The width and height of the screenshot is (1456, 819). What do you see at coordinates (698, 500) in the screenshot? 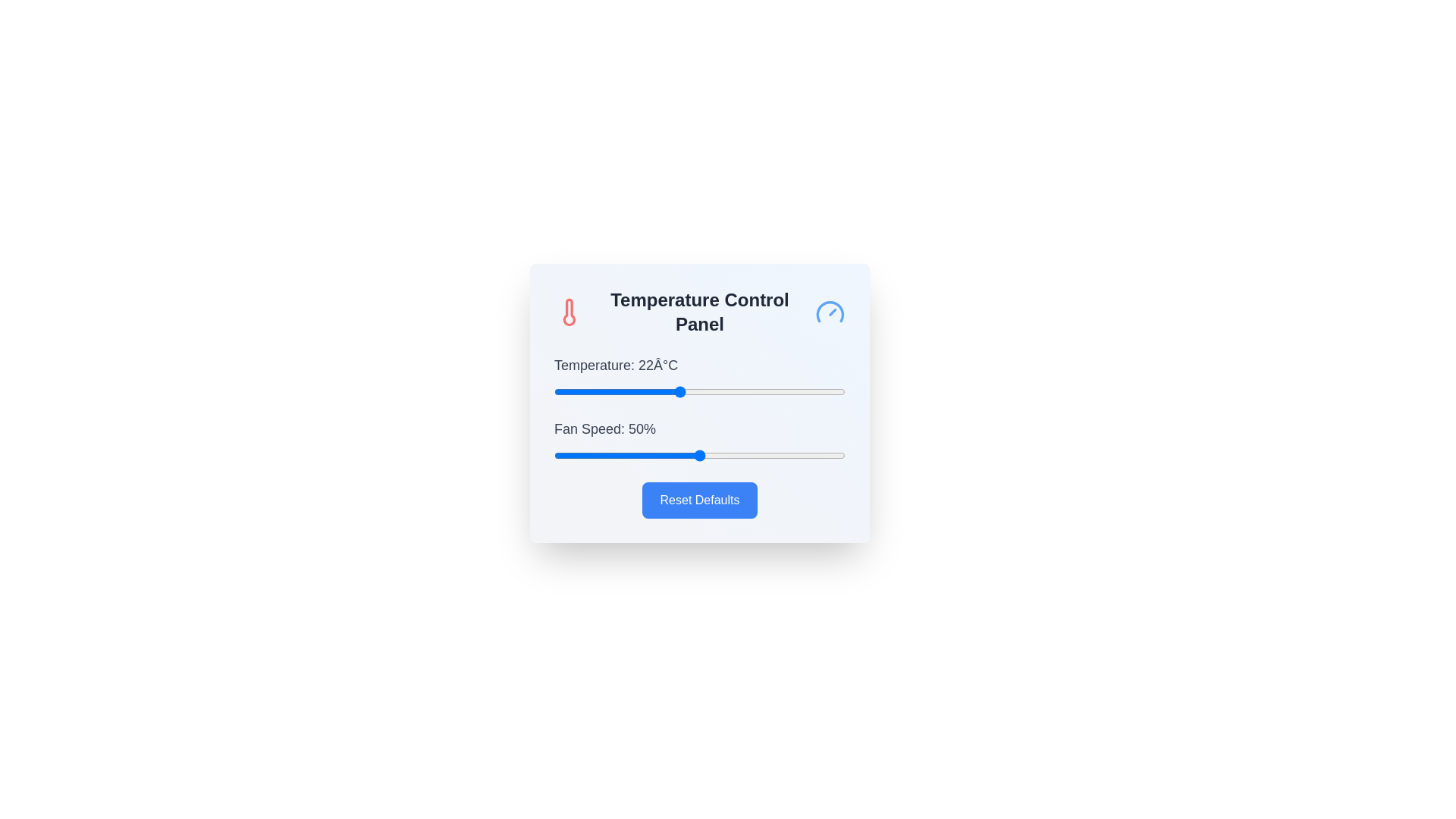
I see `'Reset Defaults' button to reset the settings to their default values` at bounding box center [698, 500].